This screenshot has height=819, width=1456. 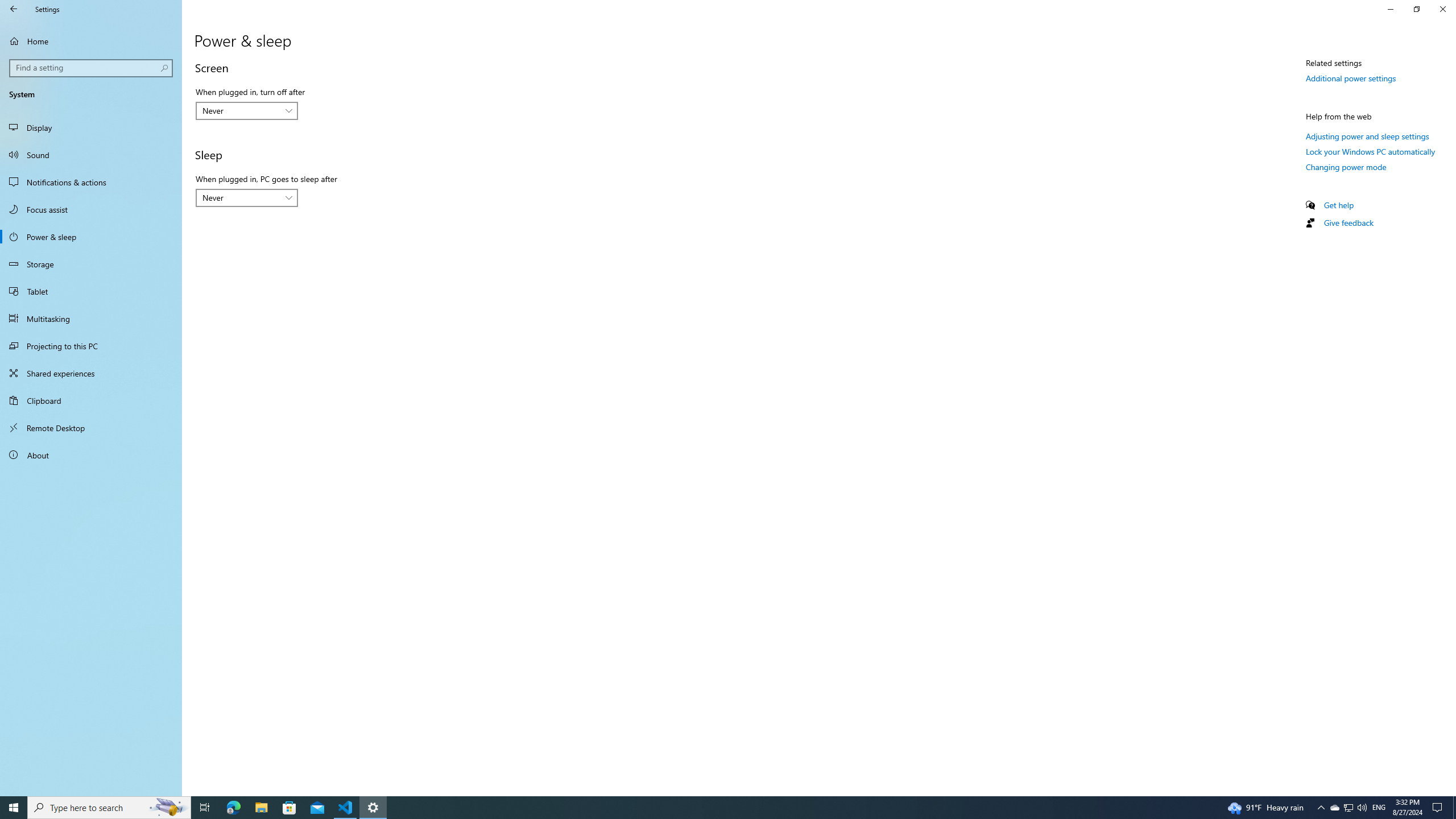 What do you see at coordinates (1370, 151) in the screenshot?
I see `'Lock your Windows PC automatically'` at bounding box center [1370, 151].